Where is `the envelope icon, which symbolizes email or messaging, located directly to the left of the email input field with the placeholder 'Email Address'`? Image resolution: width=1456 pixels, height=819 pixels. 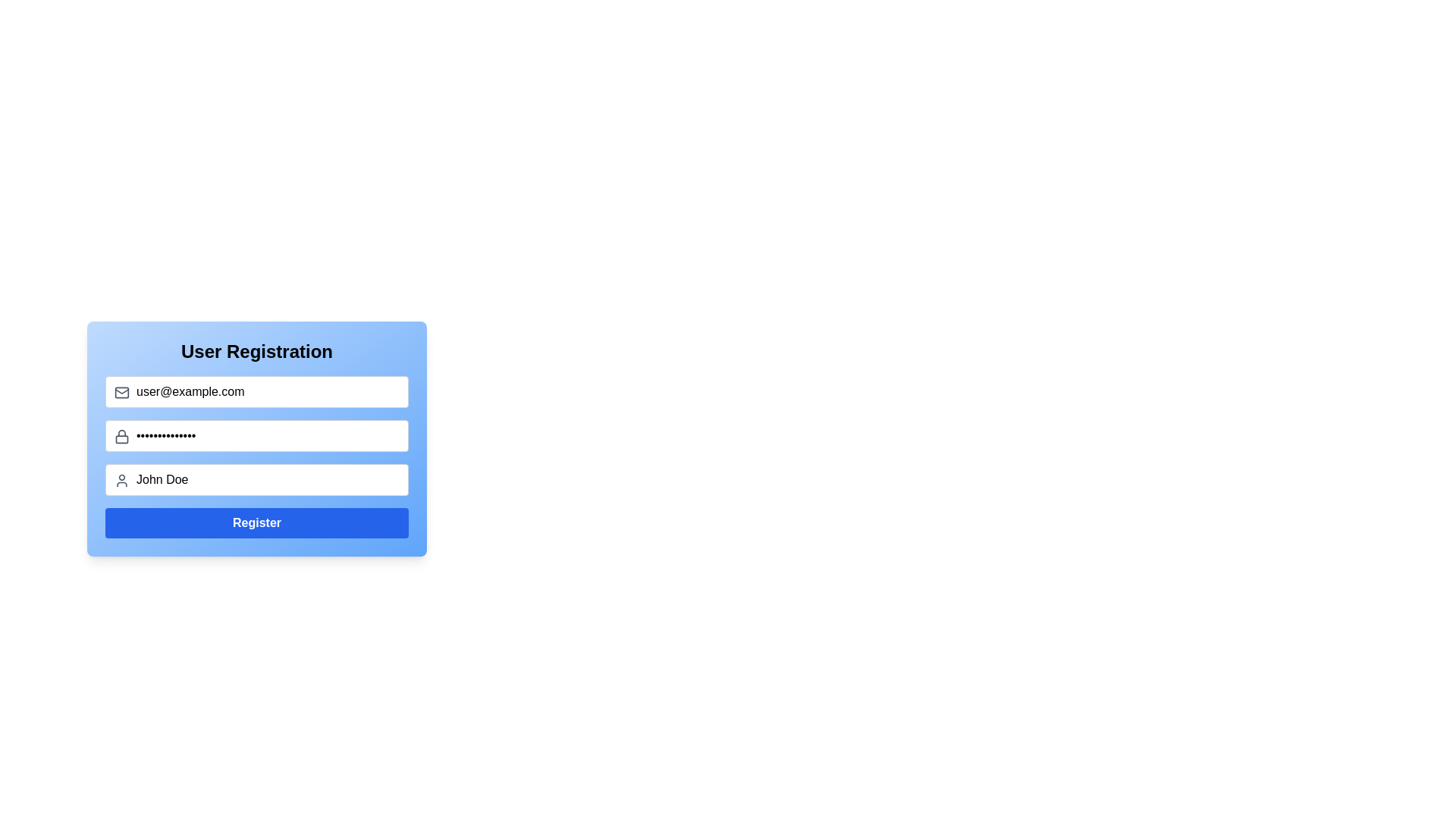 the envelope icon, which symbolizes email or messaging, located directly to the left of the email input field with the placeholder 'Email Address' is located at coordinates (122, 391).